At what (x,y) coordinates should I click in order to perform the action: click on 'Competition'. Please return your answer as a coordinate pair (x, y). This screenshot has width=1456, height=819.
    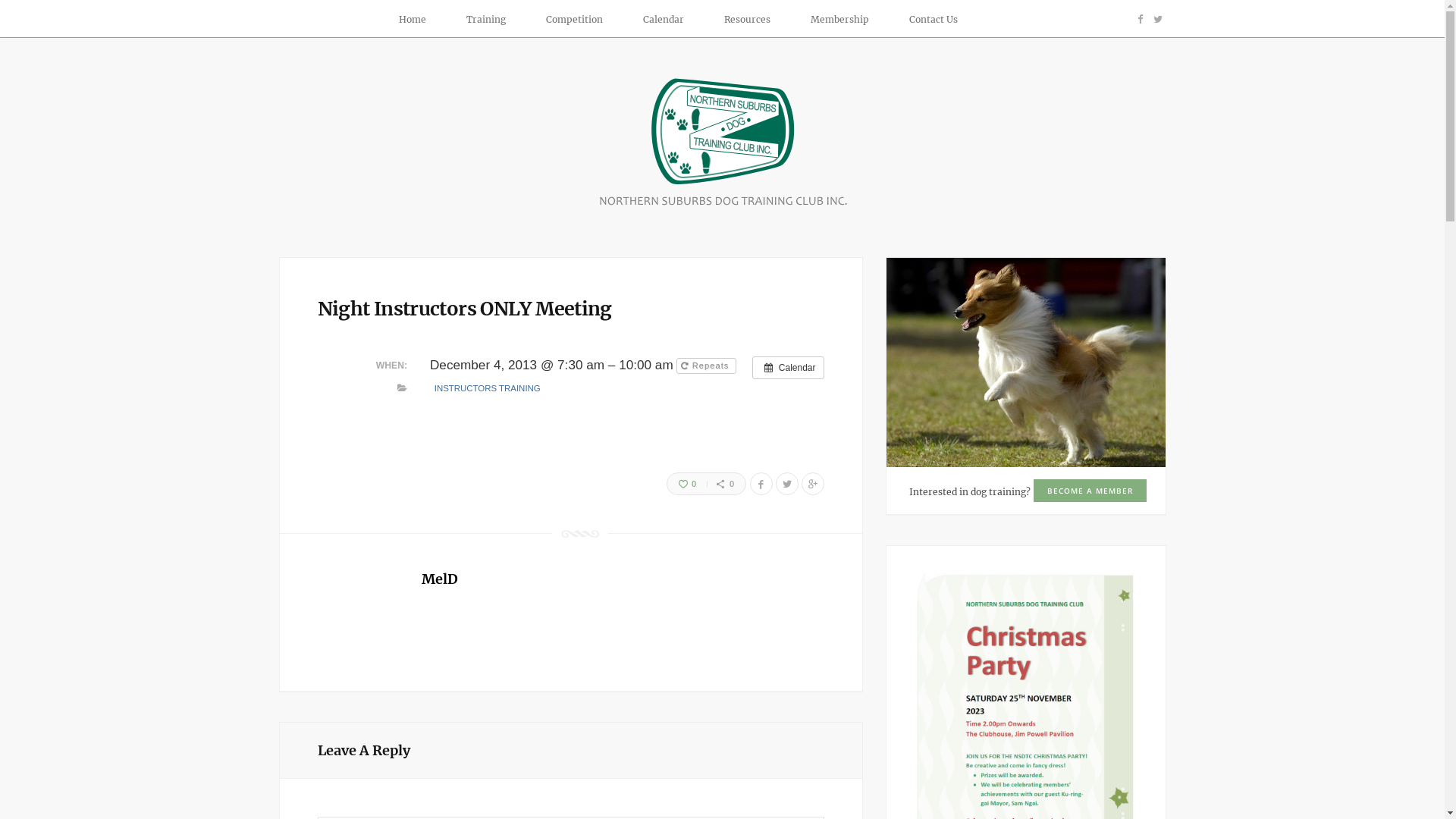
    Looking at the image, I should click on (532, 20).